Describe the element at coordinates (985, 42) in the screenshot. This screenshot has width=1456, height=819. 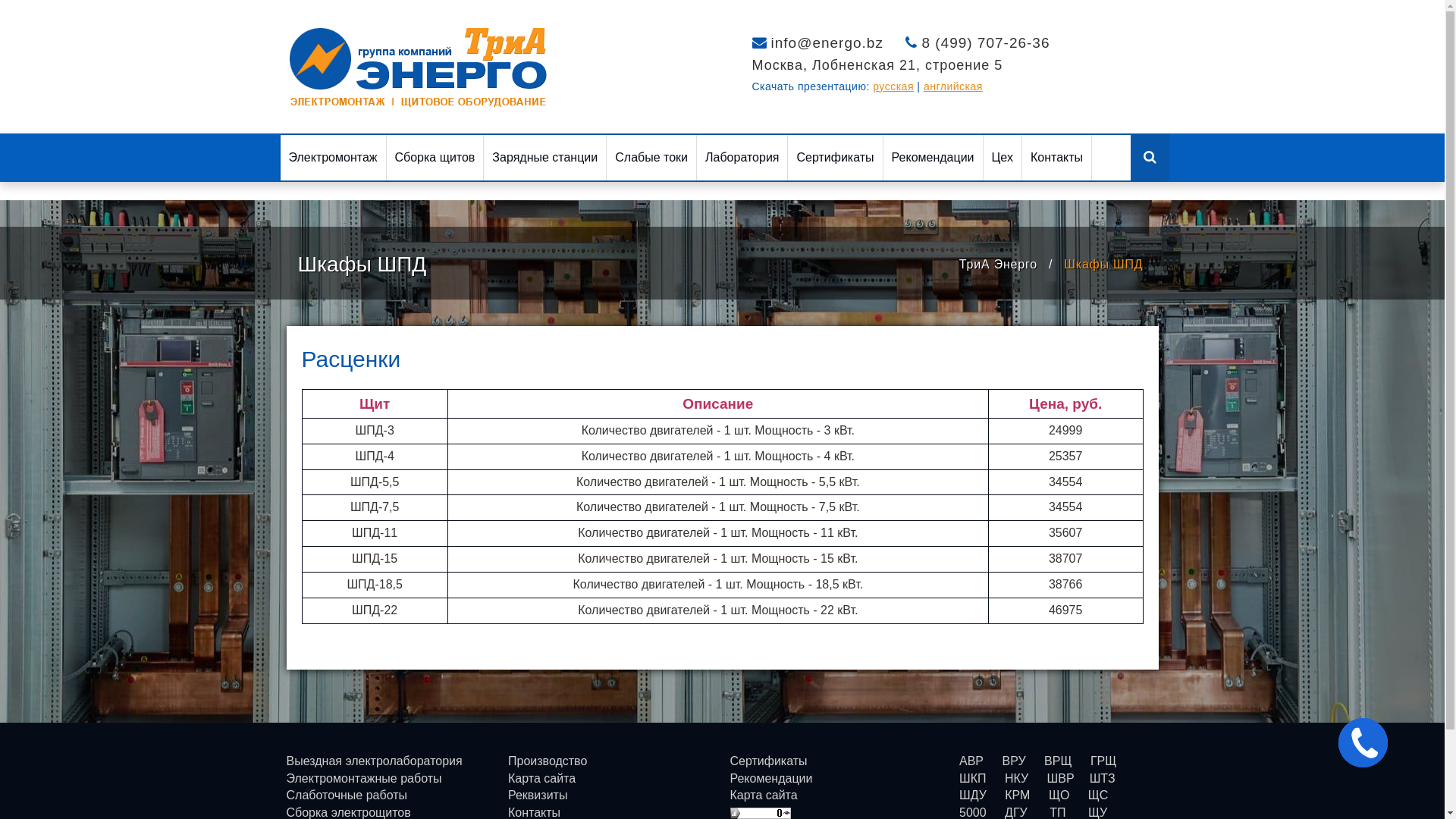
I see `'8 (499) 707-26-36'` at that location.